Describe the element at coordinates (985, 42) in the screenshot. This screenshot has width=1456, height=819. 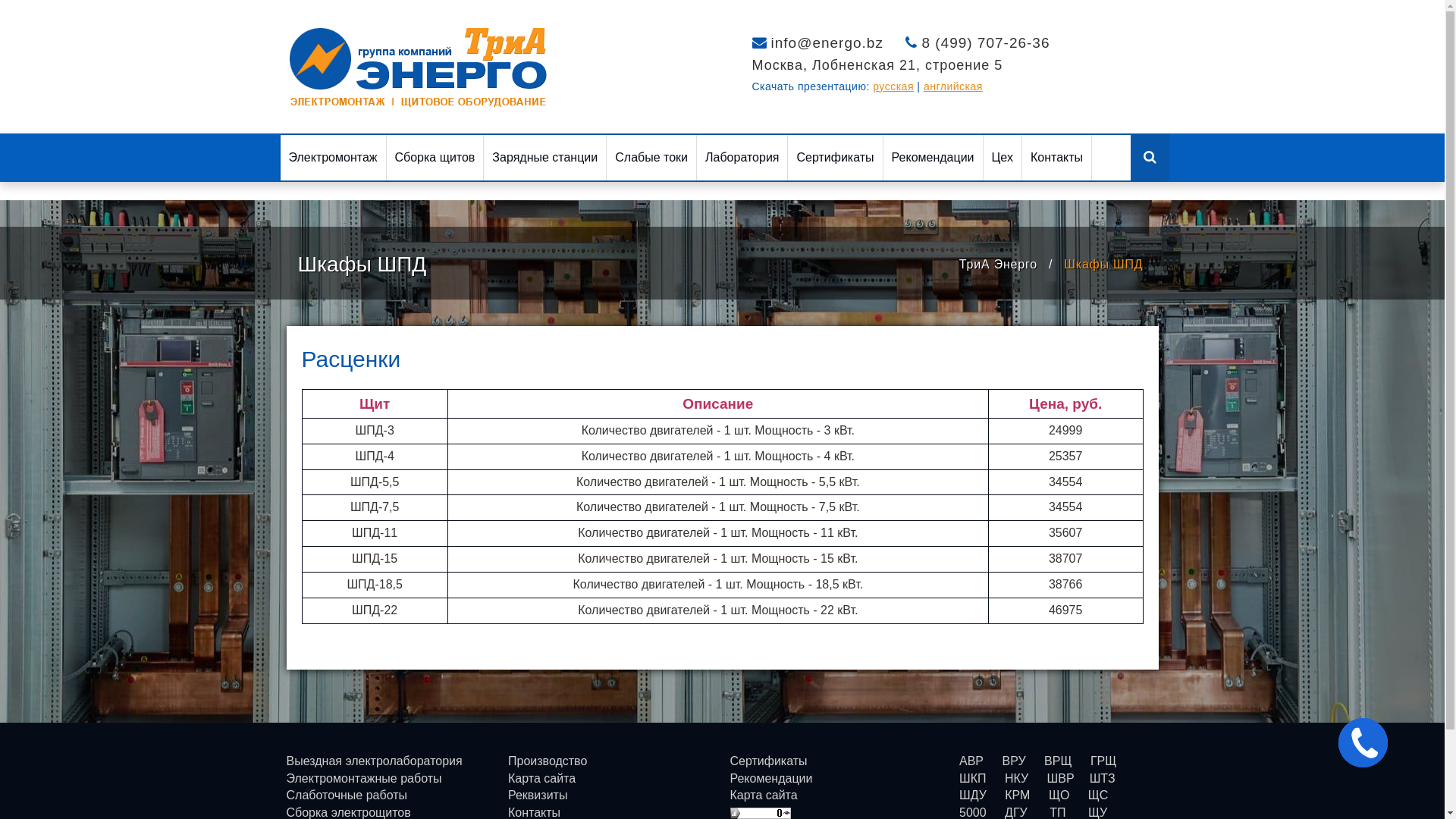
I see `'8 (499) 707-26-36'` at that location.